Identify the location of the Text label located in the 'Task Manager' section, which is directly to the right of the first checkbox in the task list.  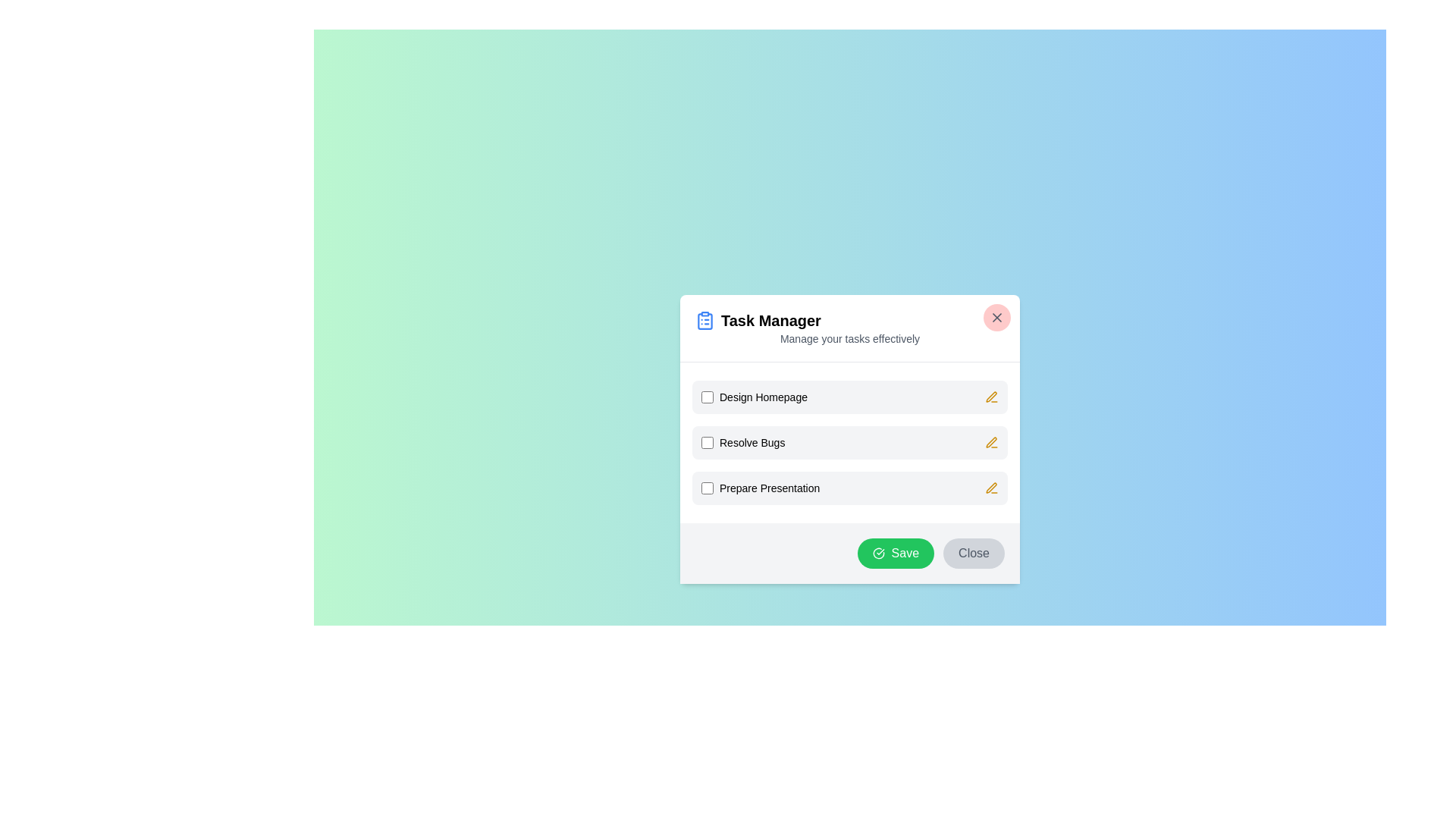
(764, 396).